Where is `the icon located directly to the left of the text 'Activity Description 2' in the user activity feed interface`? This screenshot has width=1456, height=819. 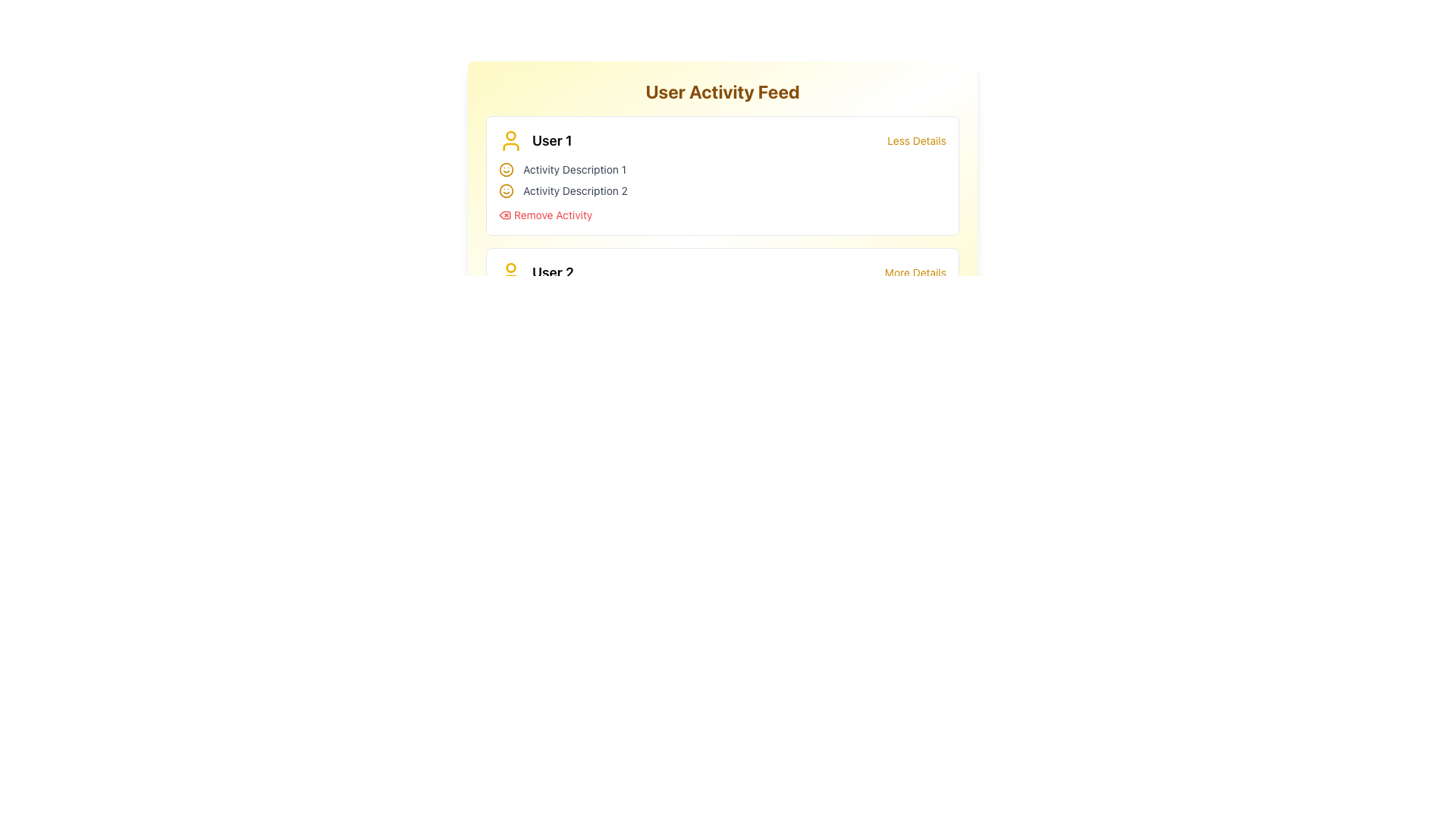 the icon located directly to the left of the text 'Activity Description 2' in the user activity feed interface is located at coordinates (506, 190).